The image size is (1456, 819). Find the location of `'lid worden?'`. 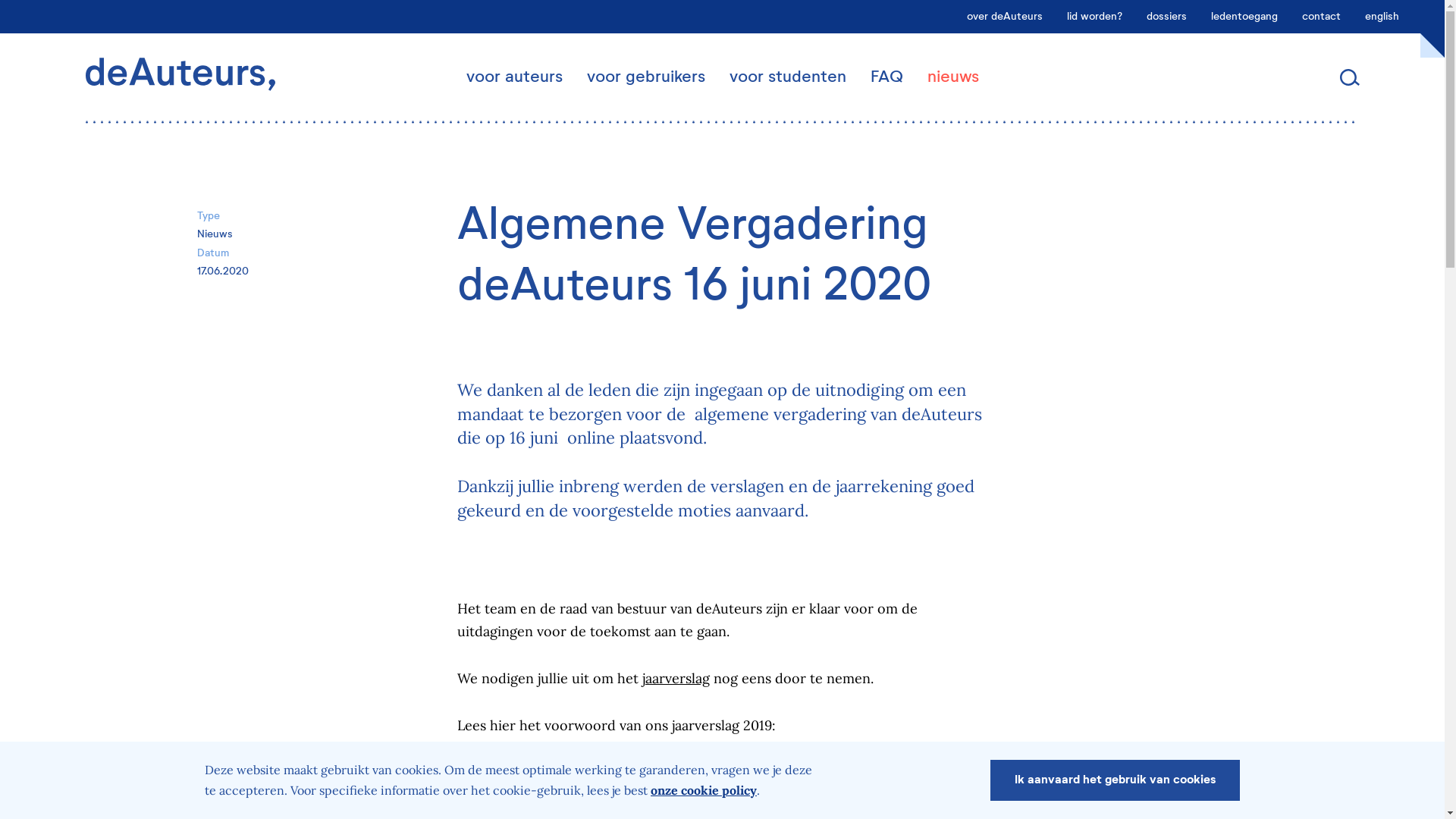

'lid worden?' is located at coordinates (1094, 17).